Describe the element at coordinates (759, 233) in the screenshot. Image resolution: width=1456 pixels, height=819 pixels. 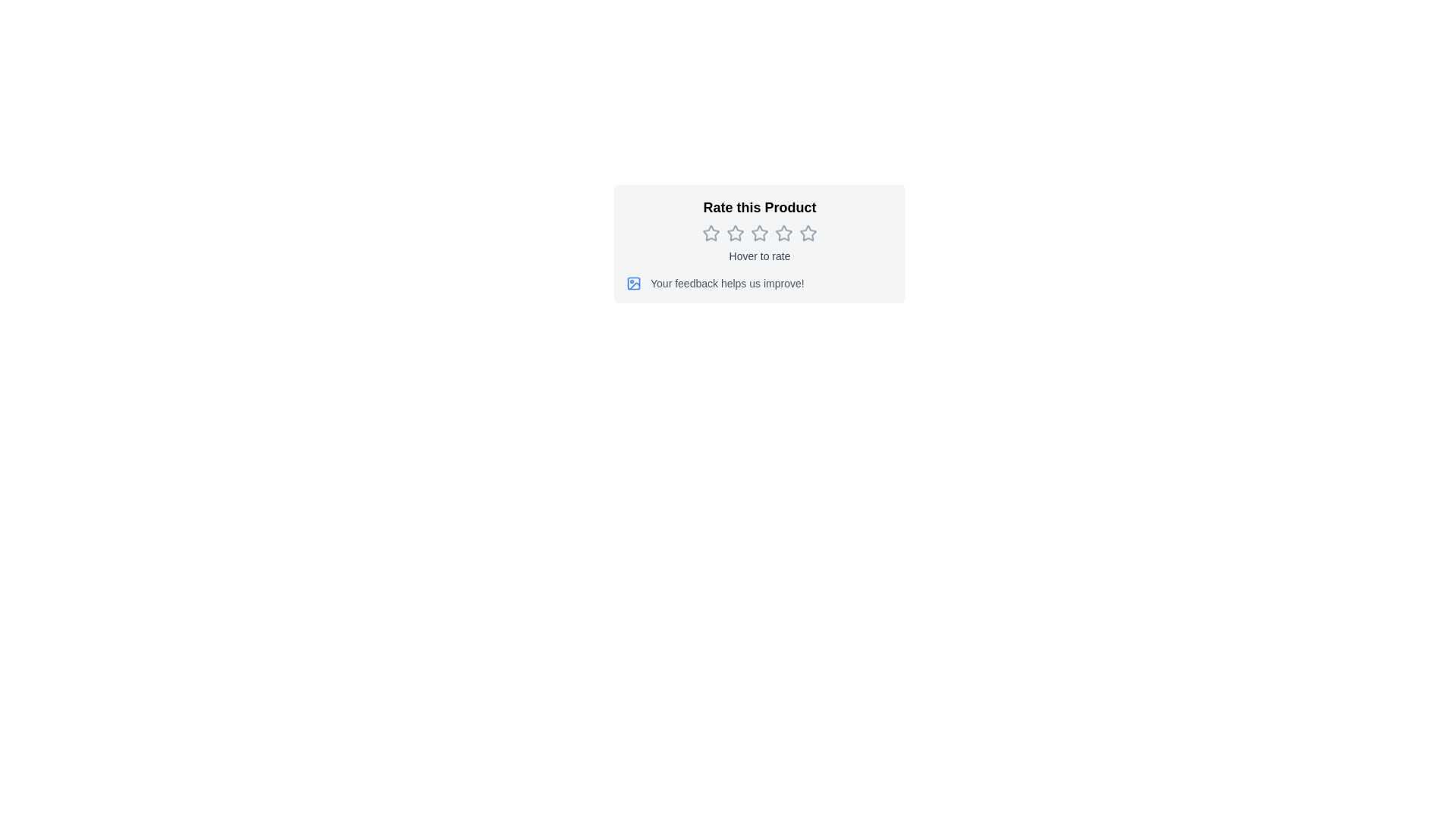
I see `the third star icon in the rating system` at that location.